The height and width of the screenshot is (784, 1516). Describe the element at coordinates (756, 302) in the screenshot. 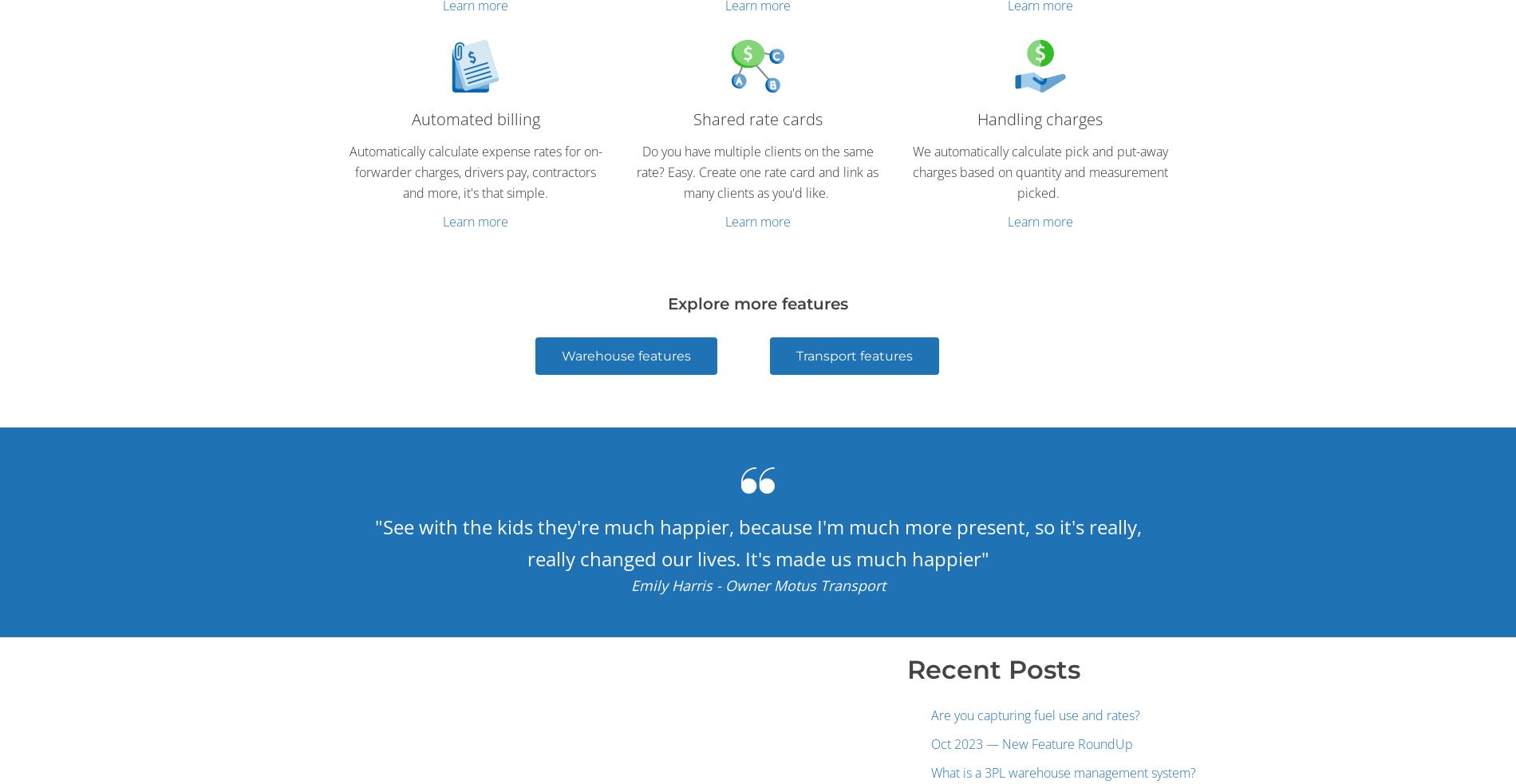

I see `'Explore more features'` at that location.